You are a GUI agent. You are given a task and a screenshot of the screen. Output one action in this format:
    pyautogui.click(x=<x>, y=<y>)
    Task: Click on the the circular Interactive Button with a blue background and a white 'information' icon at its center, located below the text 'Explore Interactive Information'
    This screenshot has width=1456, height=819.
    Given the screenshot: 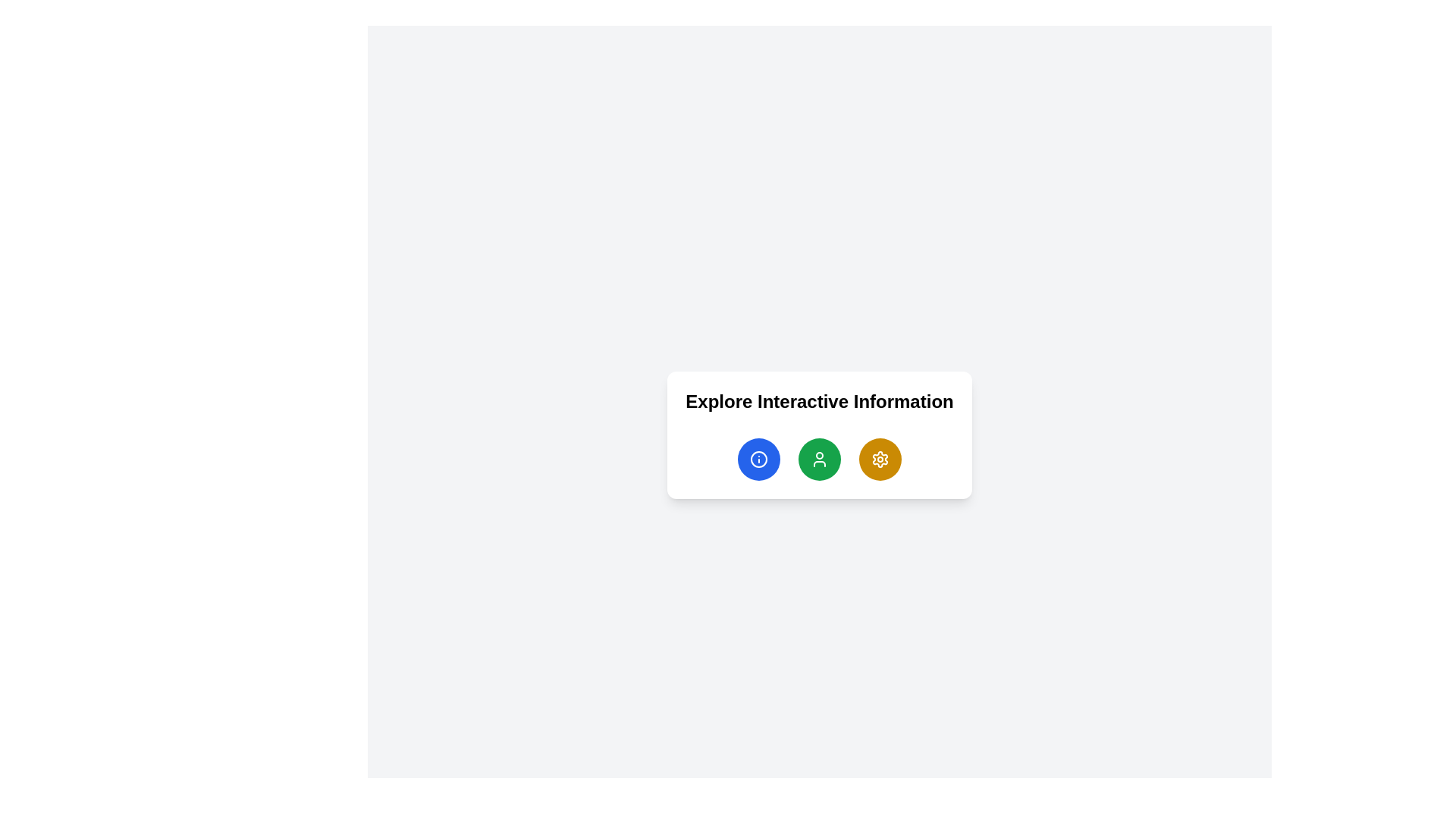 What is the action you would take?
    pyautogui.click(x=758, y=458)
    